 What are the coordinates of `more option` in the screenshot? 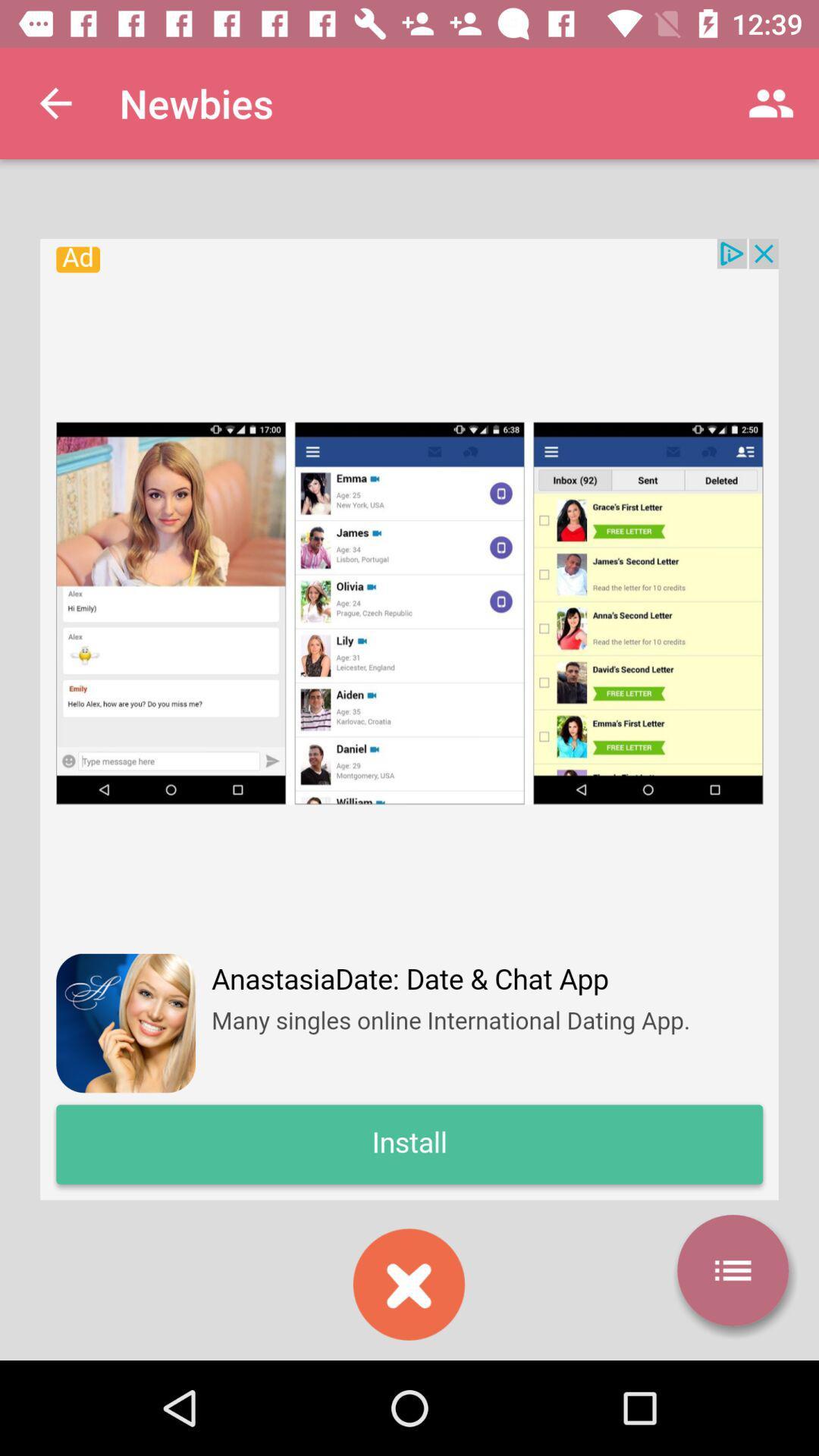 It's located at (732, 1270).